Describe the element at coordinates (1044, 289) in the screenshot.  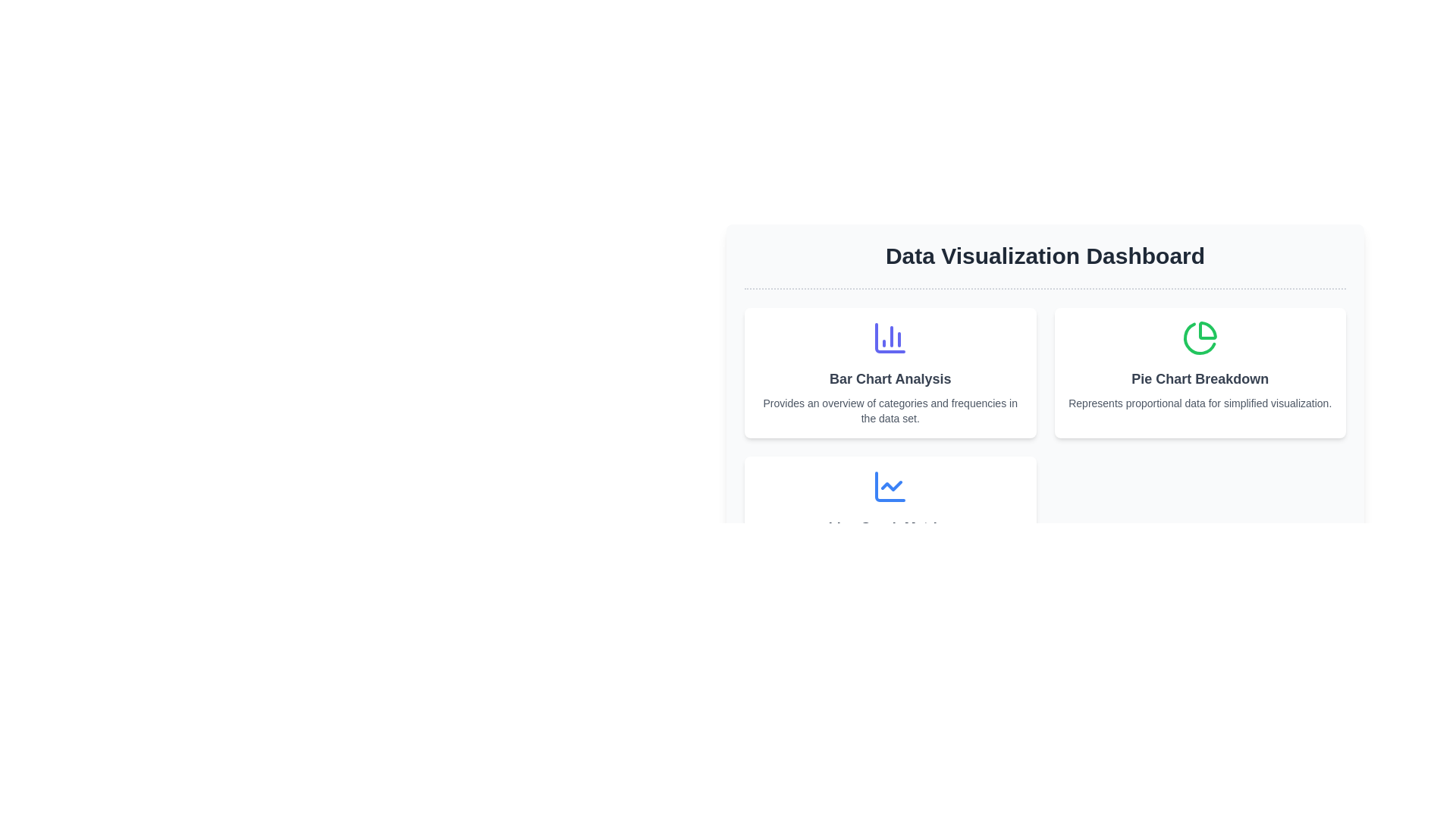
I see `the Separator Line located beneath the title 'Data Visualization Dashboard', which improves readability and visual structure` at that location.